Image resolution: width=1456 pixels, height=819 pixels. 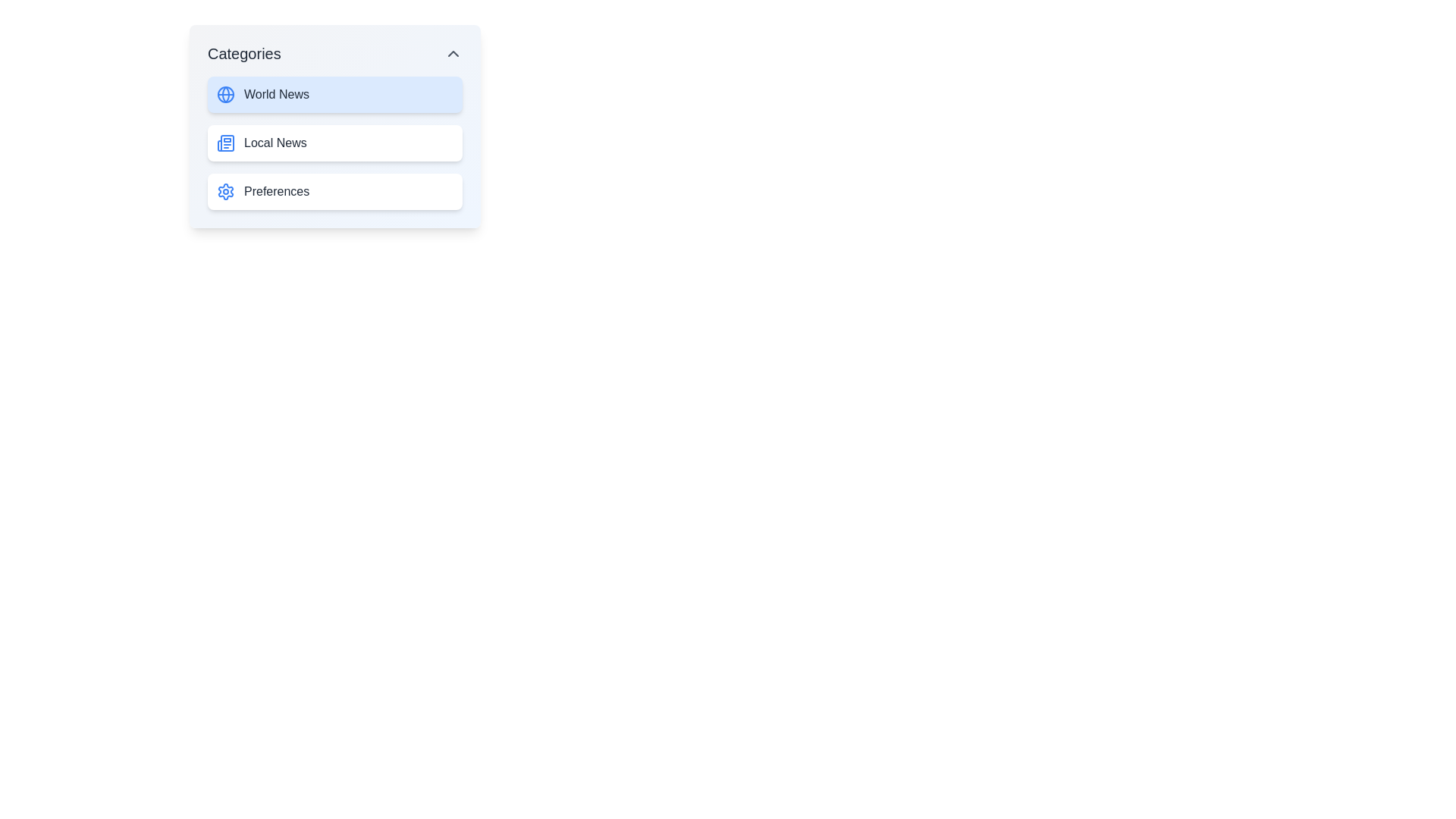 I want to click on the central circular icon of the globe within the 'World News' tab, which is characterized by its blue strokes and is positioned at the top of the category options list, so click(x=224, y=94).